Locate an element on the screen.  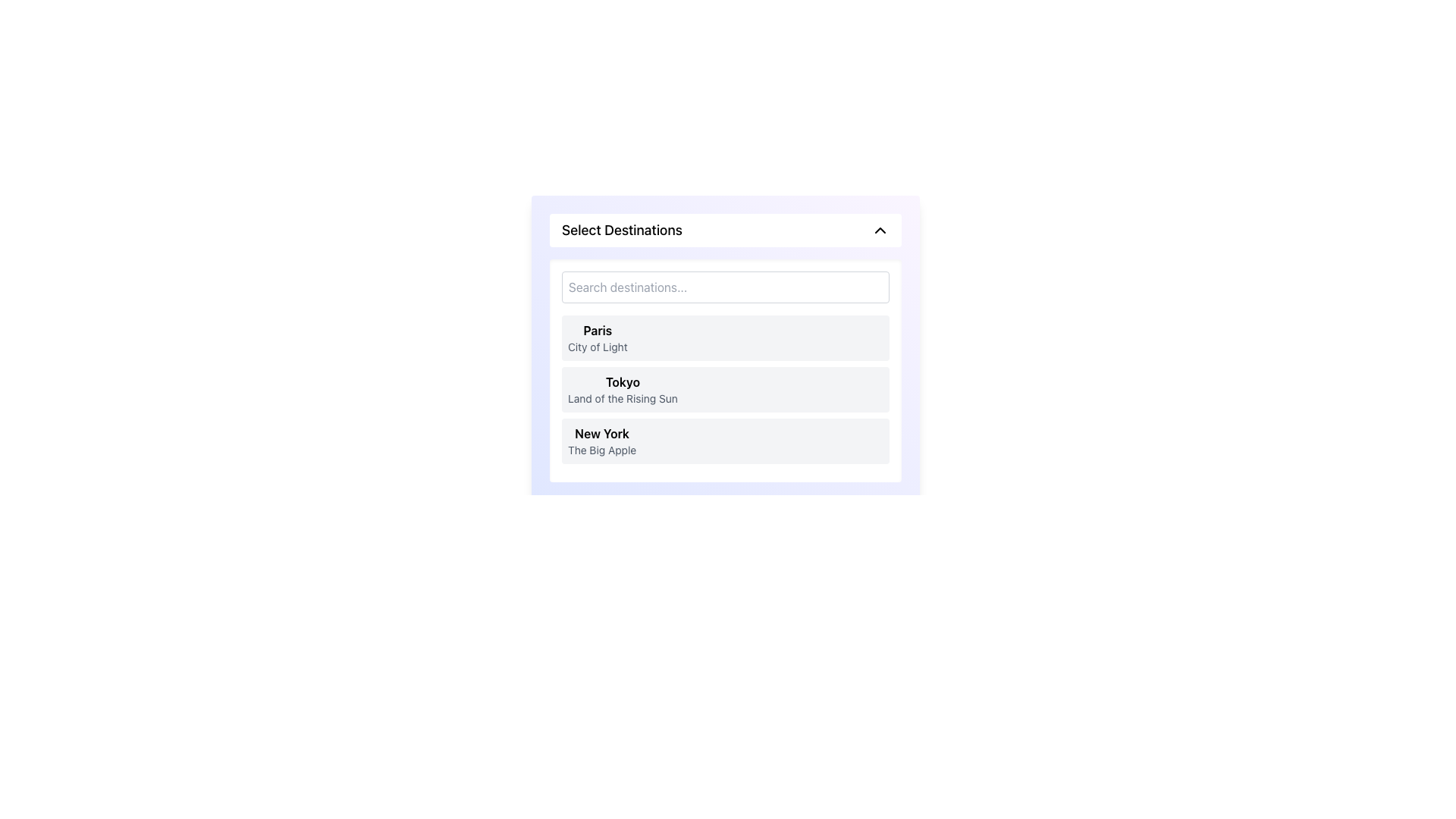
the interactive menu item for 'Tokyo' in the list of selectable destinations is located at coordinates (724, 388).